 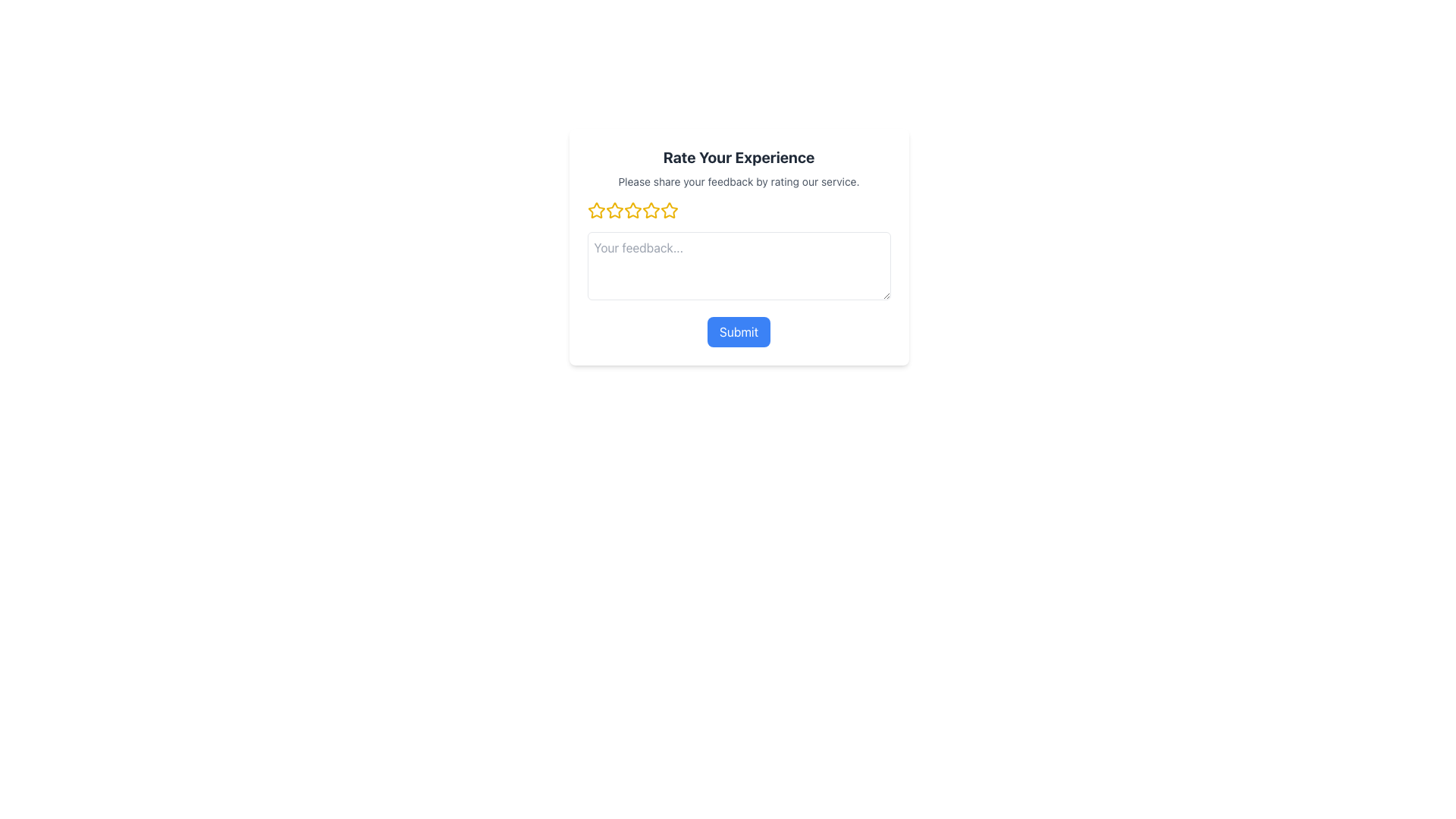 I want to click on the star in the interactive rating element below the title 'Rate Your Experience' to rate the service, so click(x=739, y=210).